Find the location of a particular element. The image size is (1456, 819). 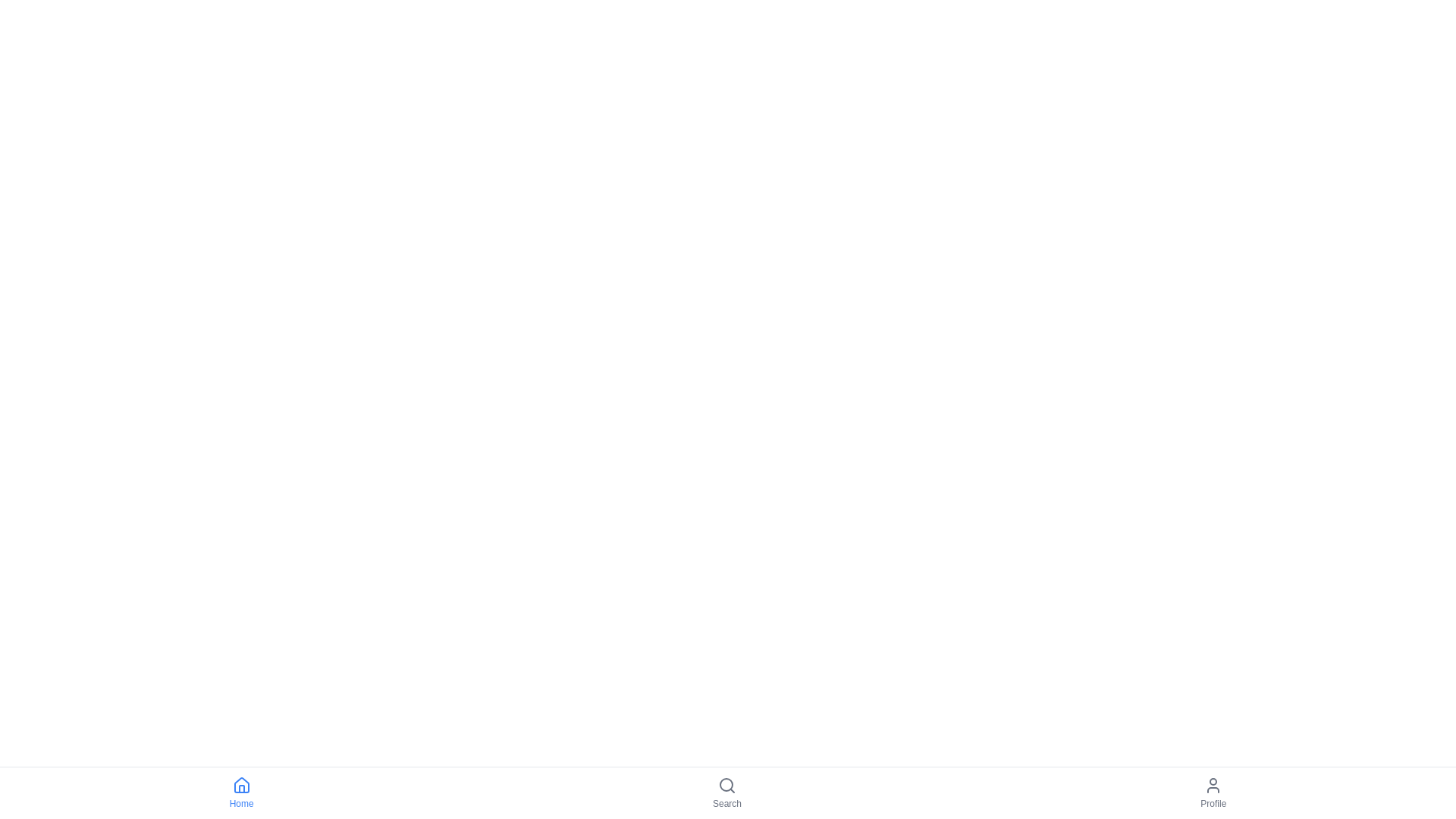

the circular shape within the magnifying glass icon located in the bottom navigation bar is located at coordinates (726, 784).